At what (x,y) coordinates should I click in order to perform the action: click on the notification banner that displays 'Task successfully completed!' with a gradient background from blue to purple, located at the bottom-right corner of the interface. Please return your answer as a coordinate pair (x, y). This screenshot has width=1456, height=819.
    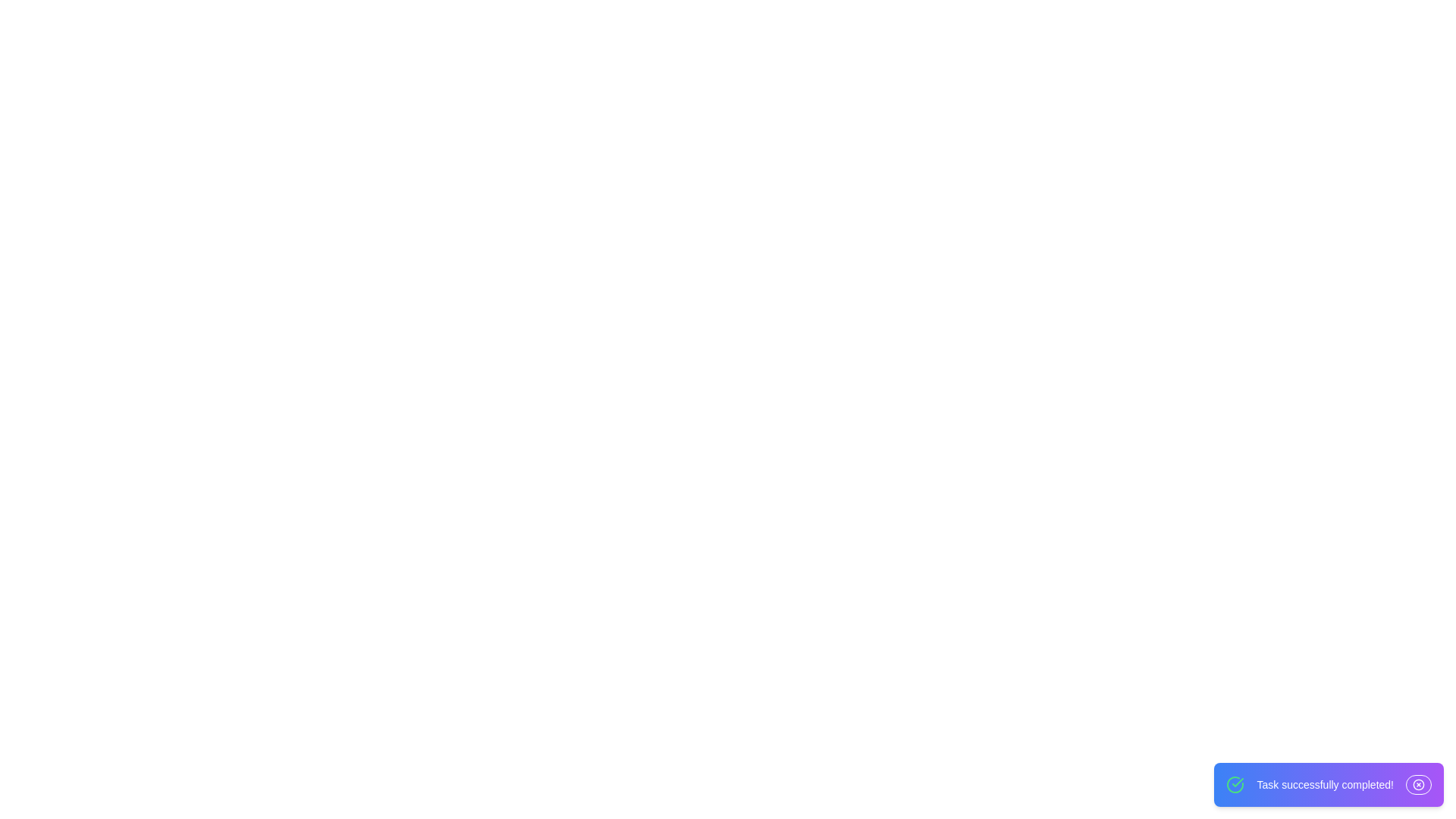
    Looking at the image, I should click on (1328, 784).